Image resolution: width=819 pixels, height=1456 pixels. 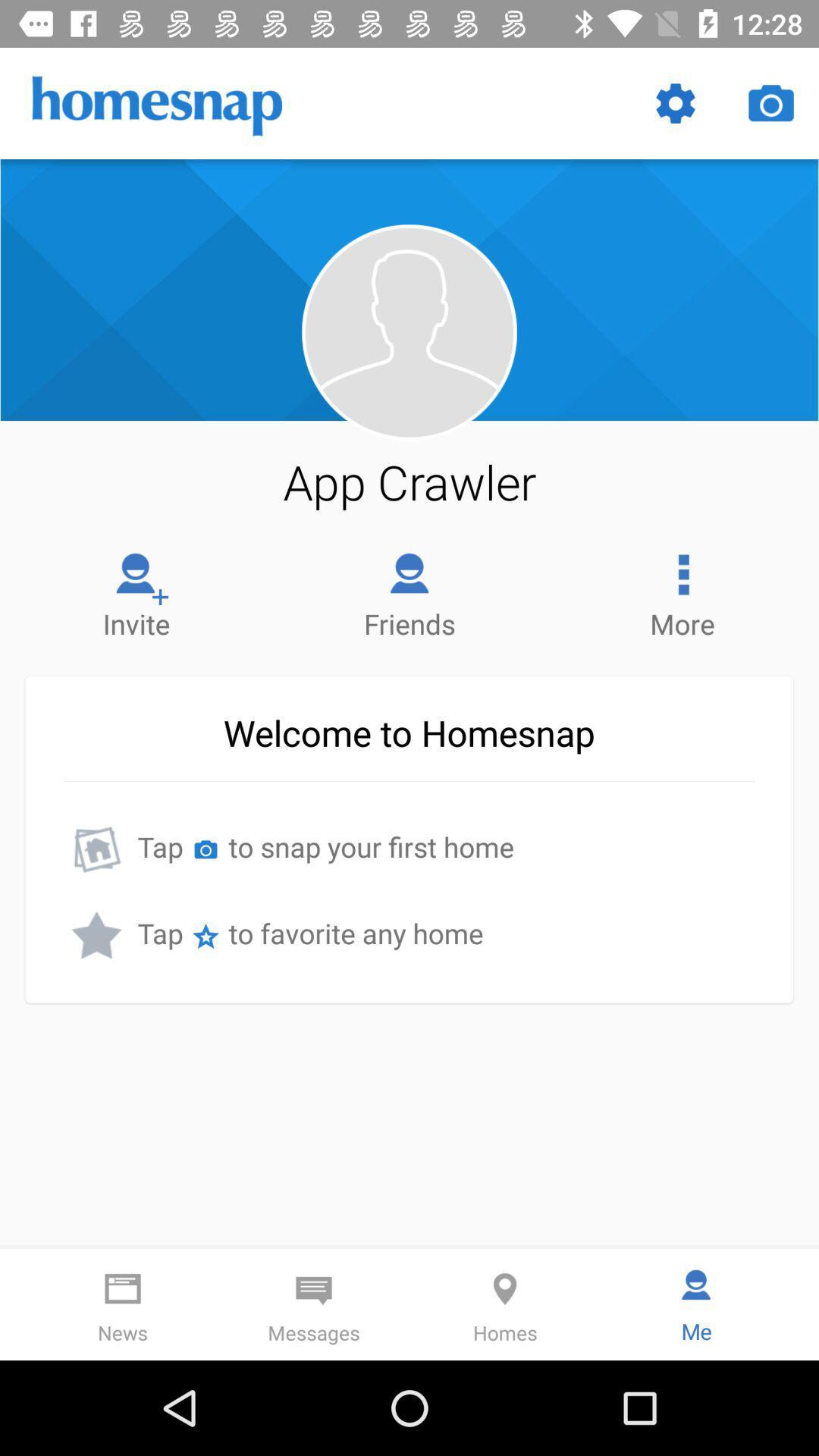 I want to click on the item next to the more, so click(x=409, y=591).